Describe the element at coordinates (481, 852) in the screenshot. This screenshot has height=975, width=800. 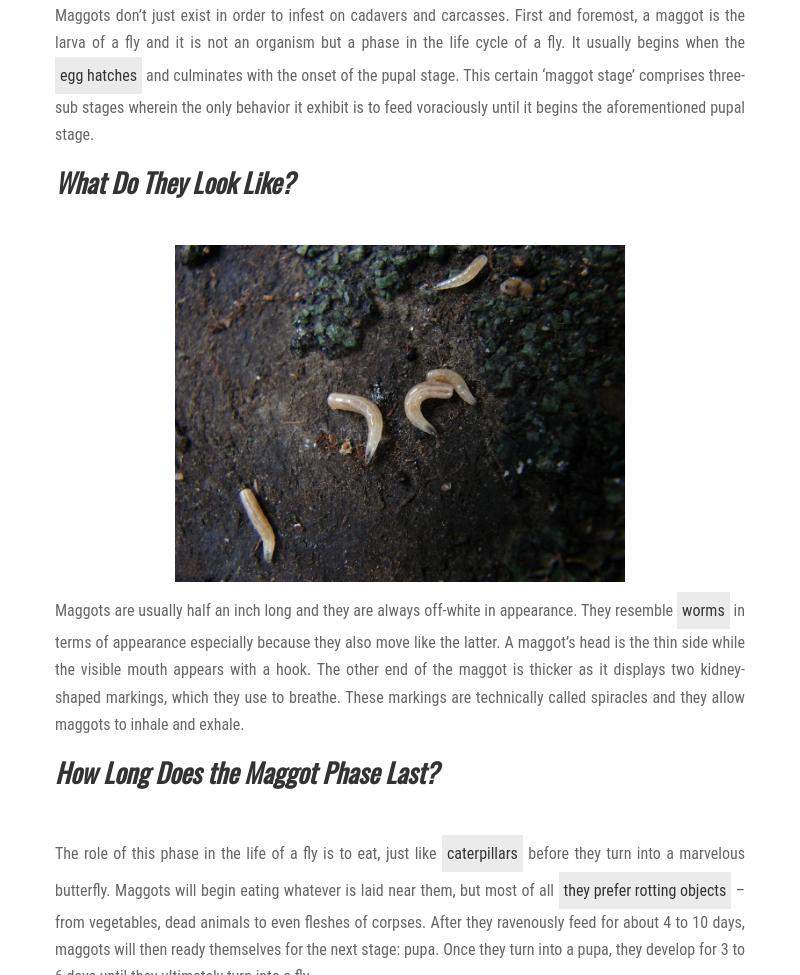
I see `'caterpillars'` at that location.